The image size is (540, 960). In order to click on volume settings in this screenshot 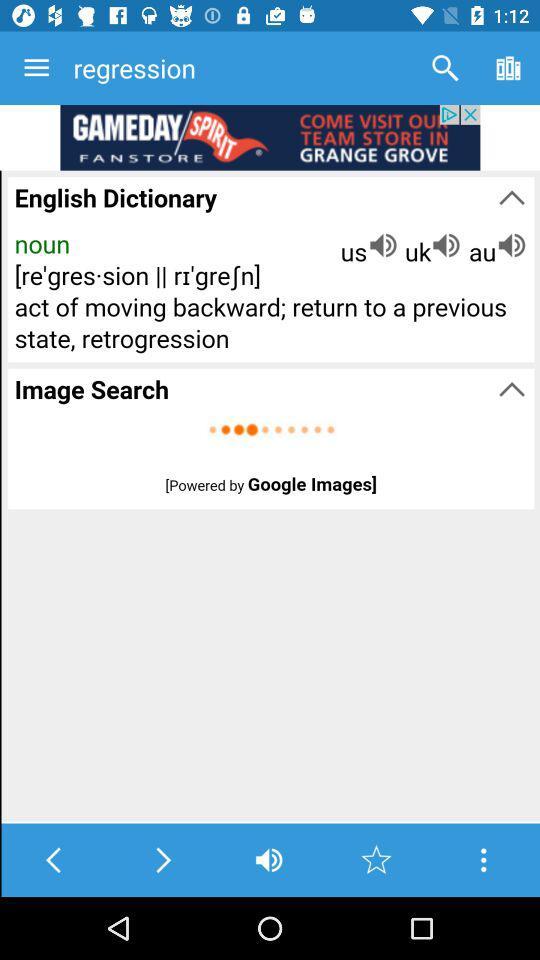, I will do `click(269, 859)`.